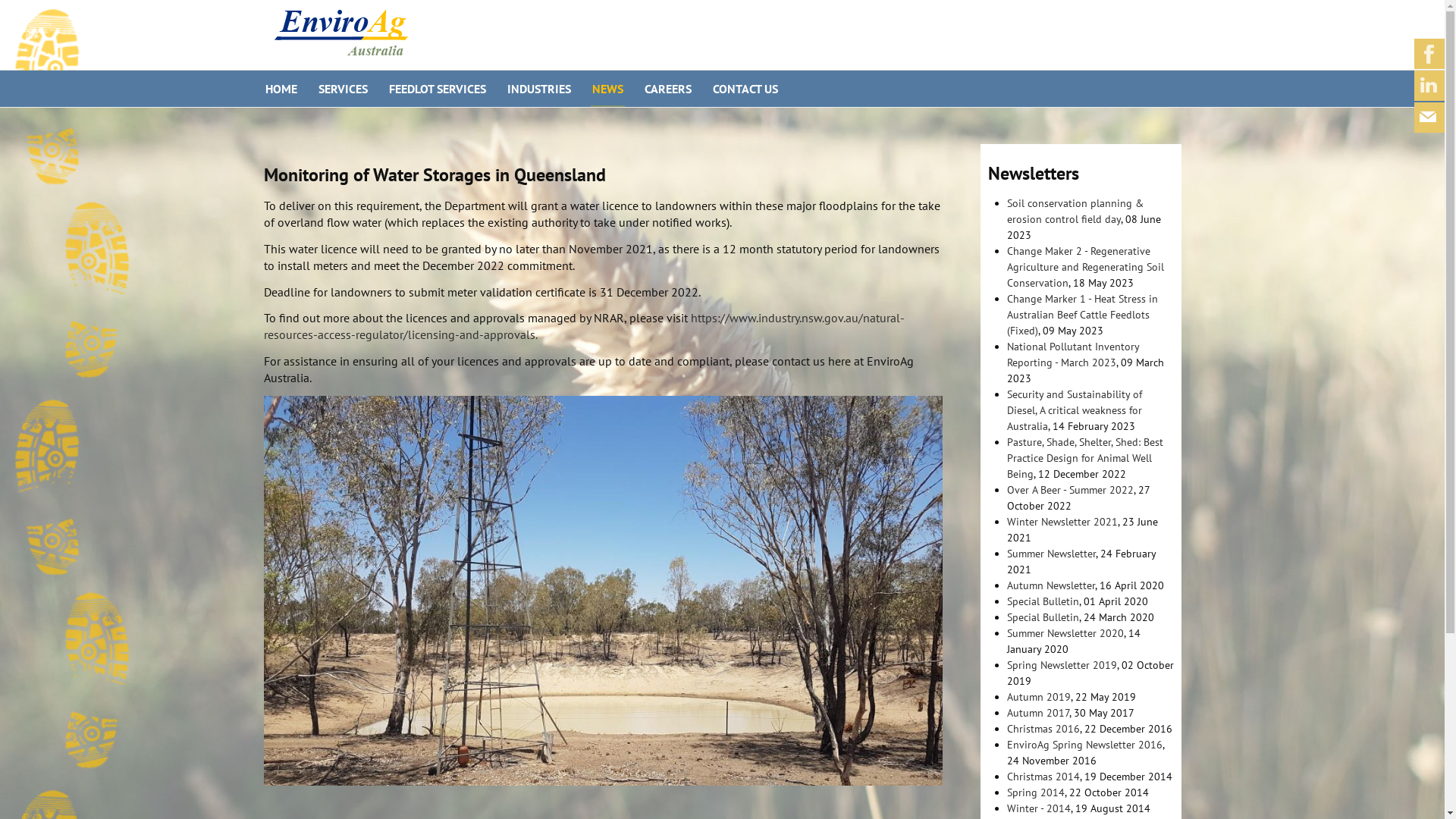 The width and height of the screenshot is (1456, 819). Describe the element at coordinates (1042, 617) in the screenshot. I see `'Special Bulletin'` at that location.